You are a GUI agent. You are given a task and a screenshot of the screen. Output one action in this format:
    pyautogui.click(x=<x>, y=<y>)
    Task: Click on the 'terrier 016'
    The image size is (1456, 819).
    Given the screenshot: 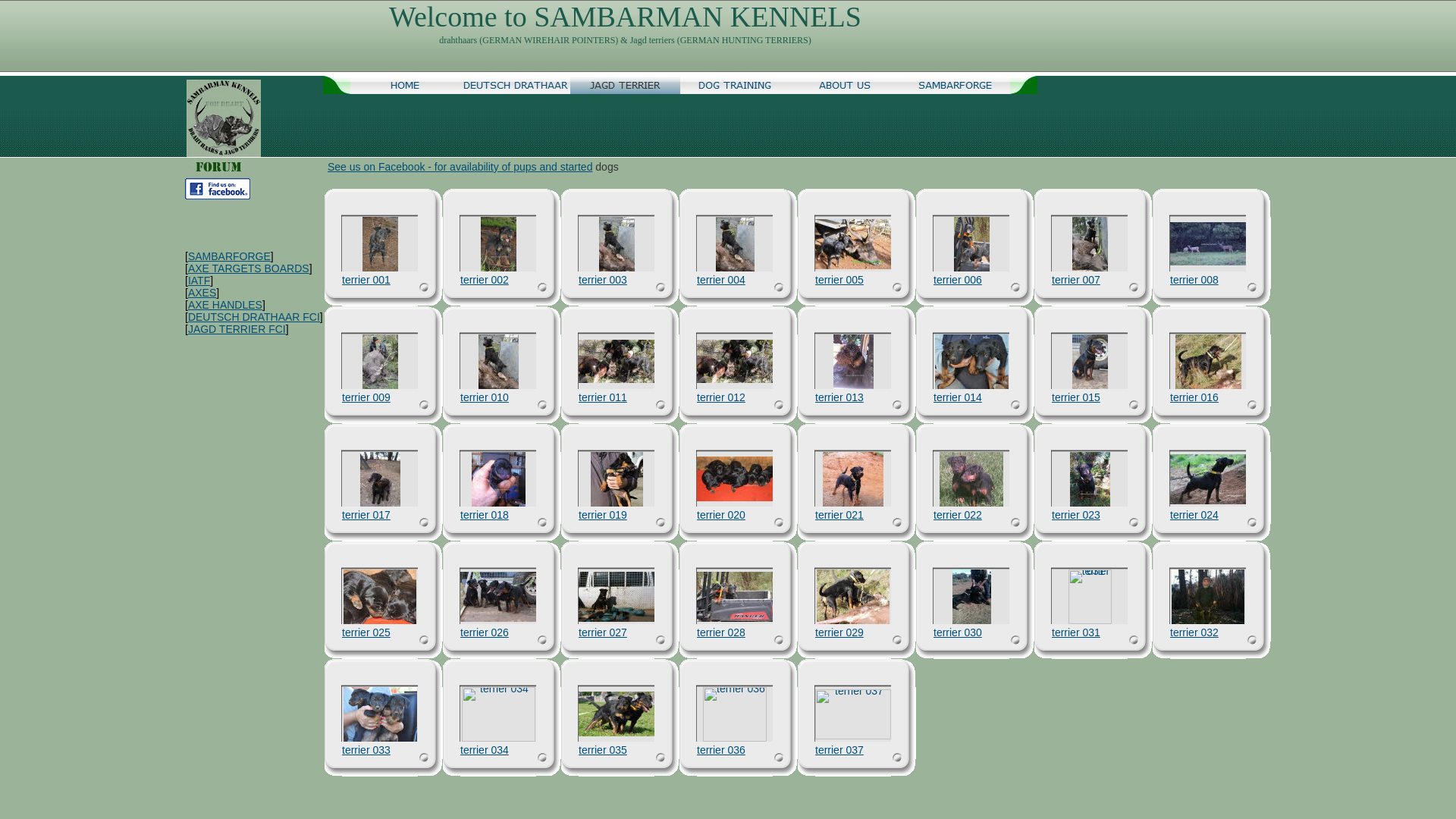 What is the action you would take?
    pyautogui.click(x=1207, y=362)
    